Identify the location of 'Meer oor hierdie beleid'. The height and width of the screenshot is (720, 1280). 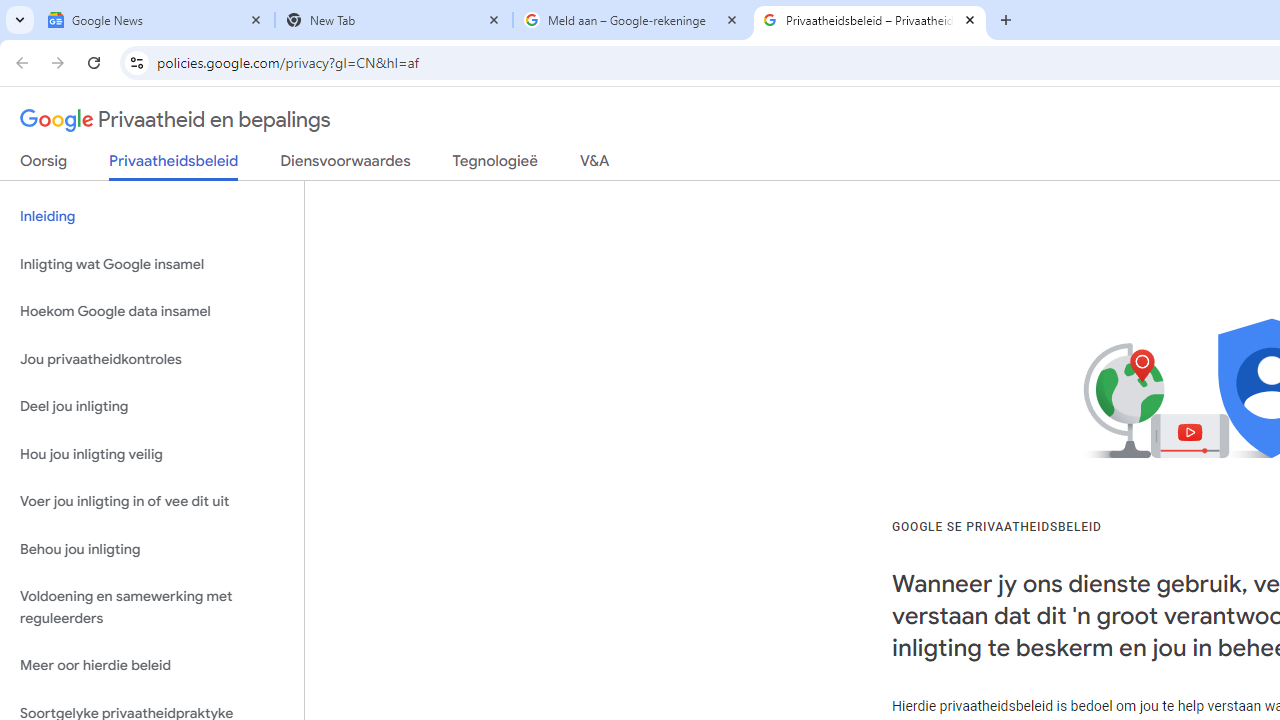
(151, 666).